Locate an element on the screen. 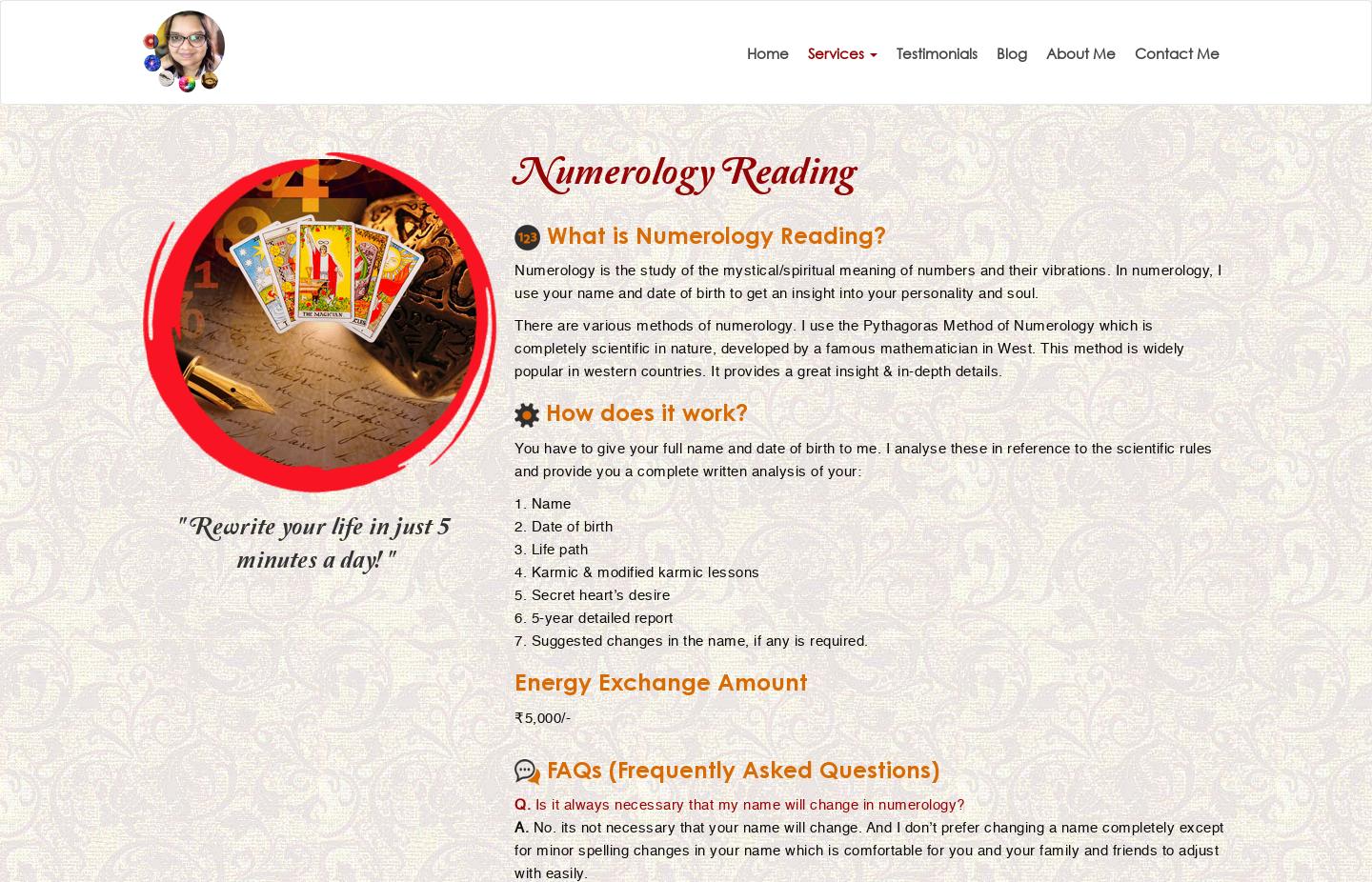 This screenshot has height=882, width=1372. 'Is it always necessary that my name will change in numerology?' is located at coordinates (747, 804).